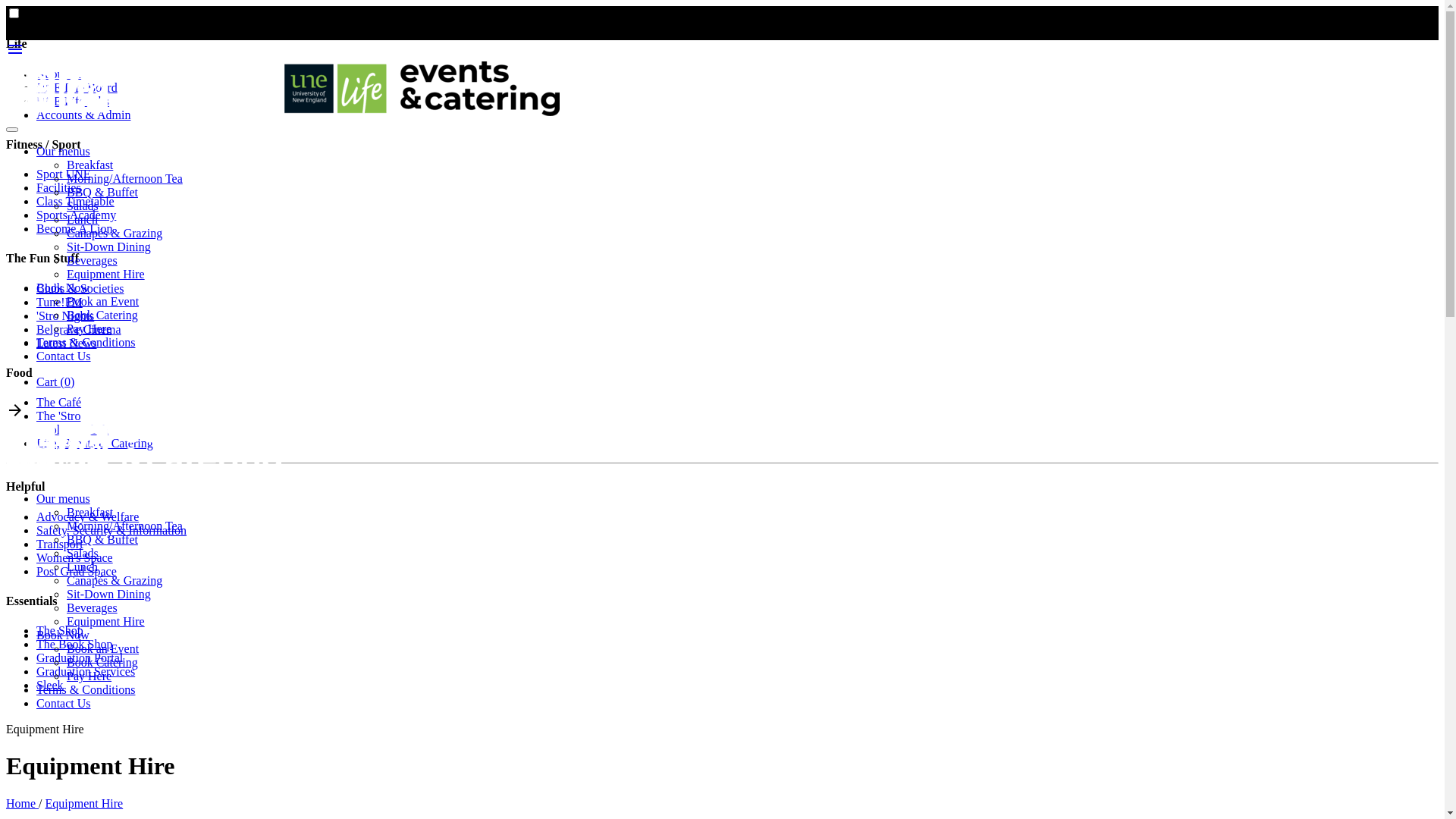 The image size is (1456, 819). What do you see at coordinates (73, 228) in the screenshot?
I see `'Become A Lion'` at bounding box center [73, 228].